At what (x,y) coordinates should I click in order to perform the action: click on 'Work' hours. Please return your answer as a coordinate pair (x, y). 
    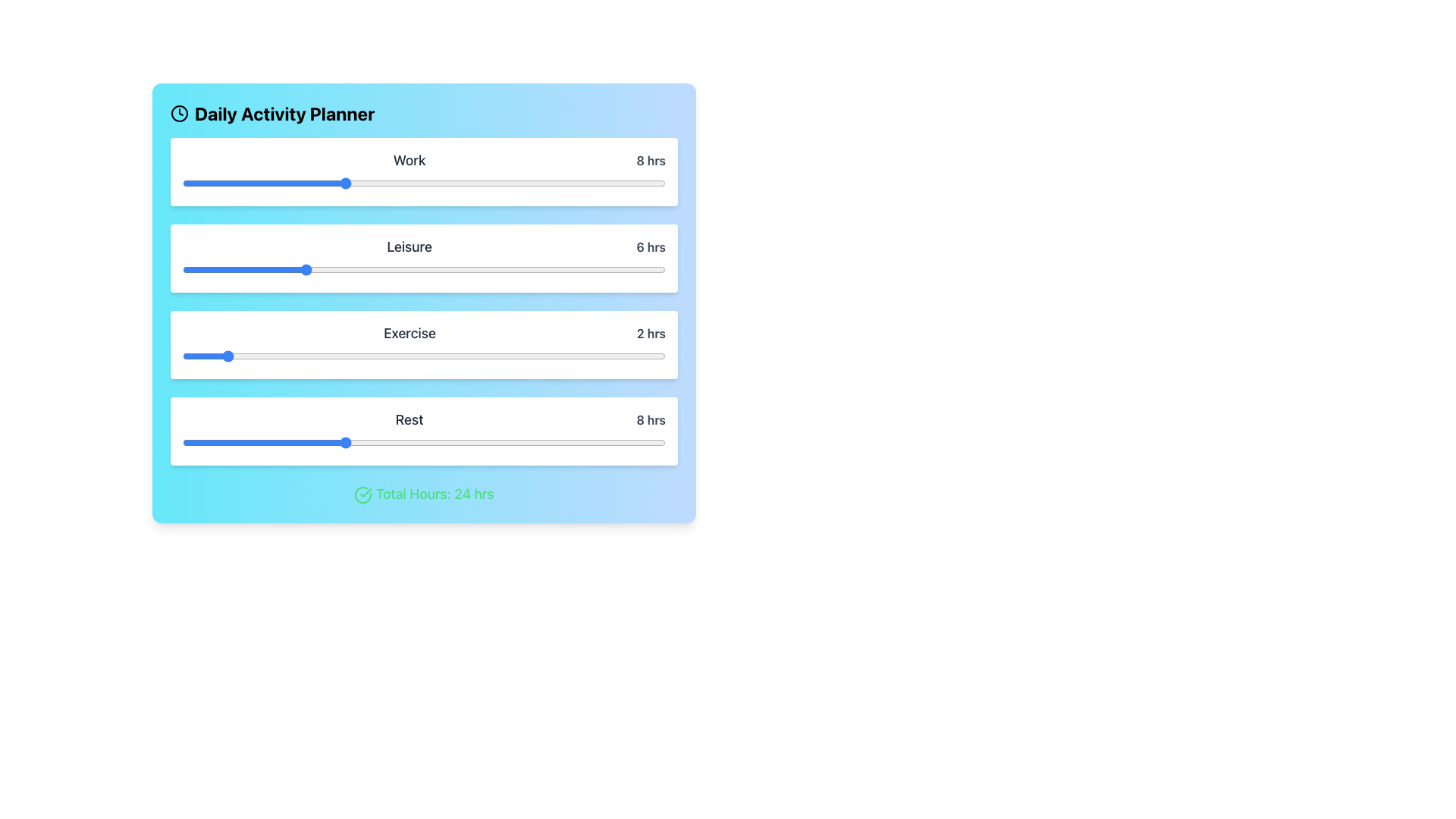
    Looking at the image, I should click on (322, 183).